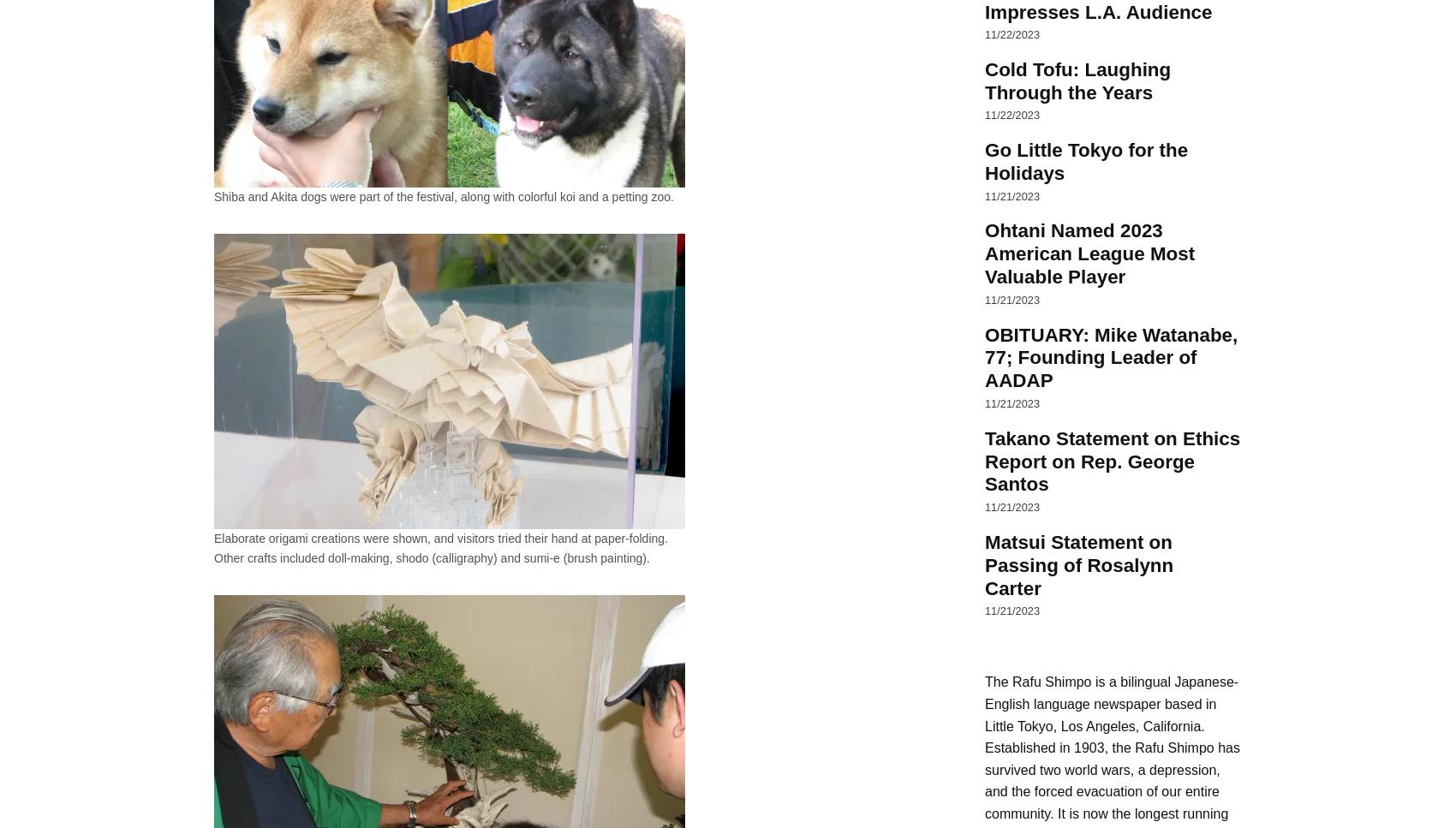 Image resolution: width=1456 pixels, height=828 pixels. What do you see at coordinates (1085, 160) in the screenshot?
I see `'Go Little Tokyo for the Holidays'` at bounding box center [1085, 160].